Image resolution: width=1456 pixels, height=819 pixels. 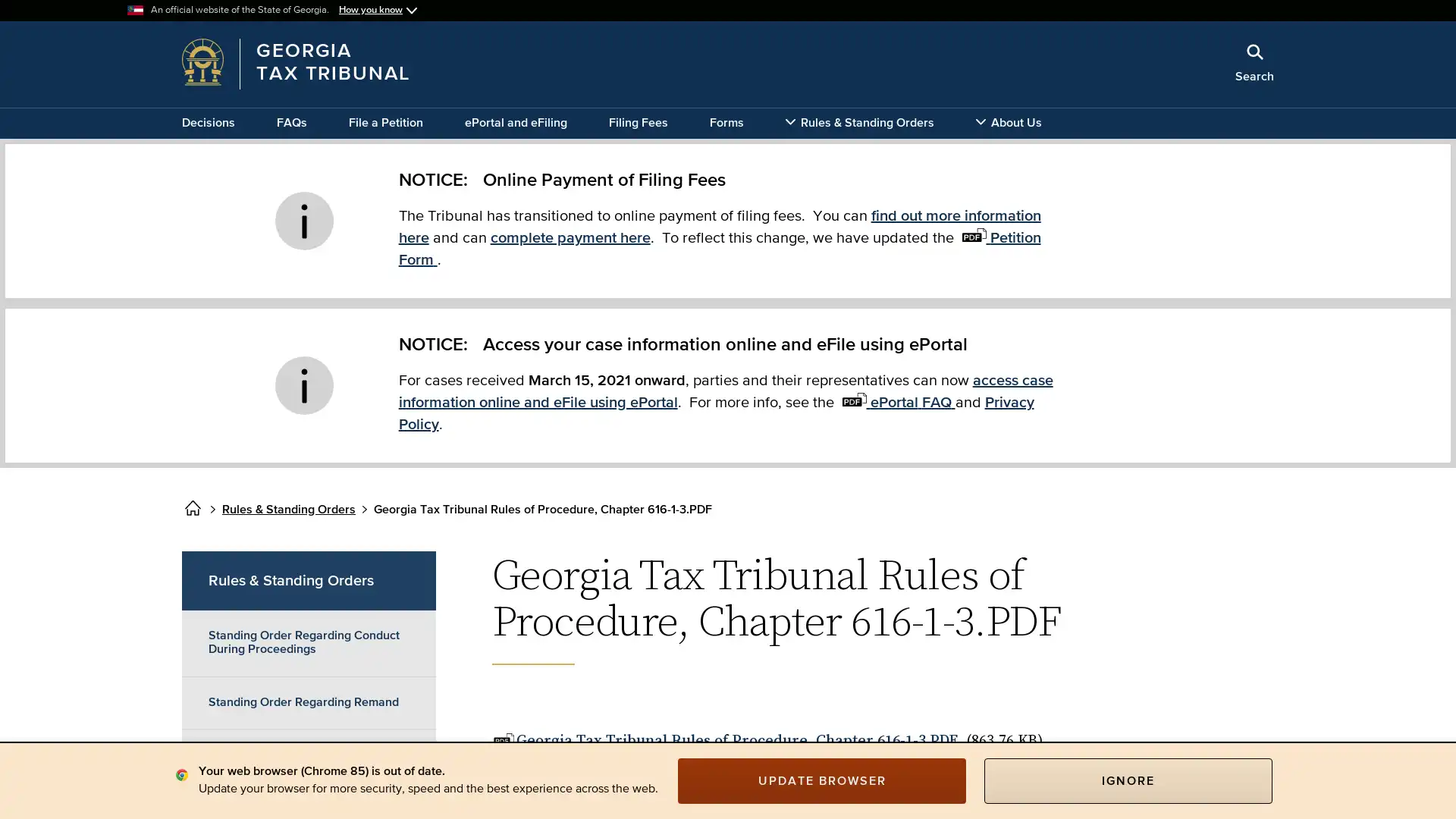 I want to click on Search, so click(x=1254, y=64).